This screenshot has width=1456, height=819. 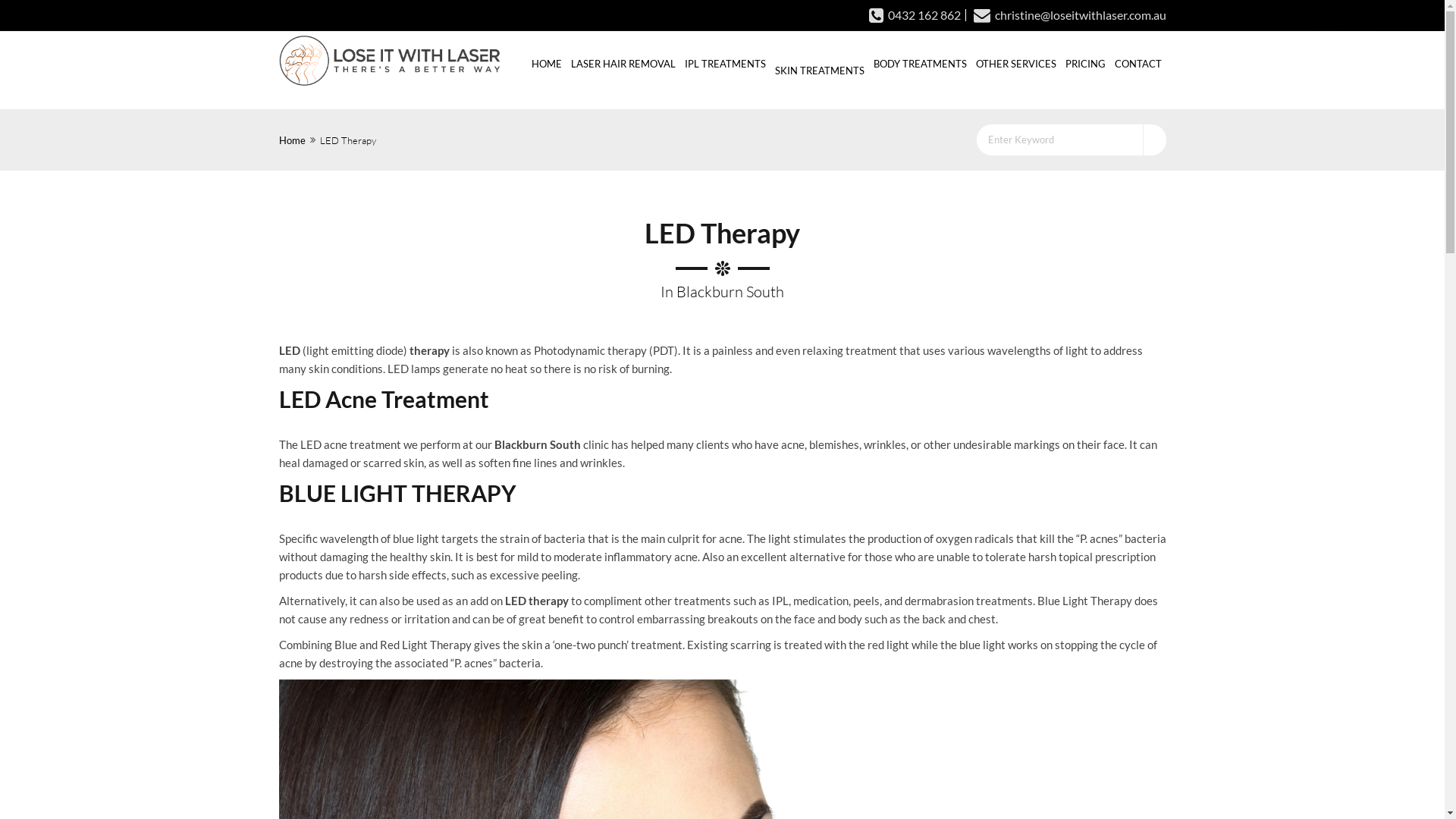 I want to click on 'Home', so click(x=292, y=140).